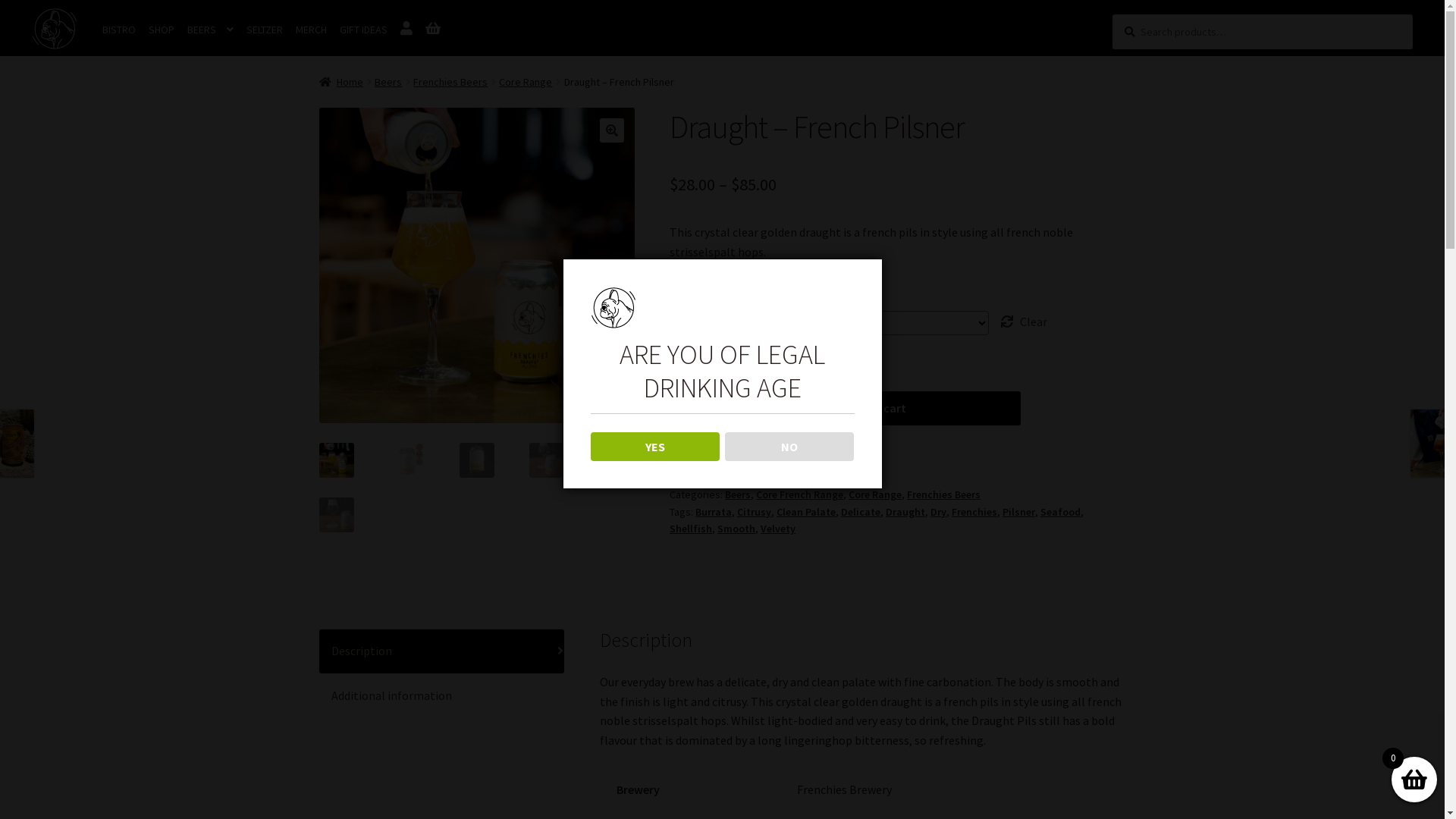 This screenshot has height=819, width=1456. I want to click on 'Smooth', so click(716, 528).